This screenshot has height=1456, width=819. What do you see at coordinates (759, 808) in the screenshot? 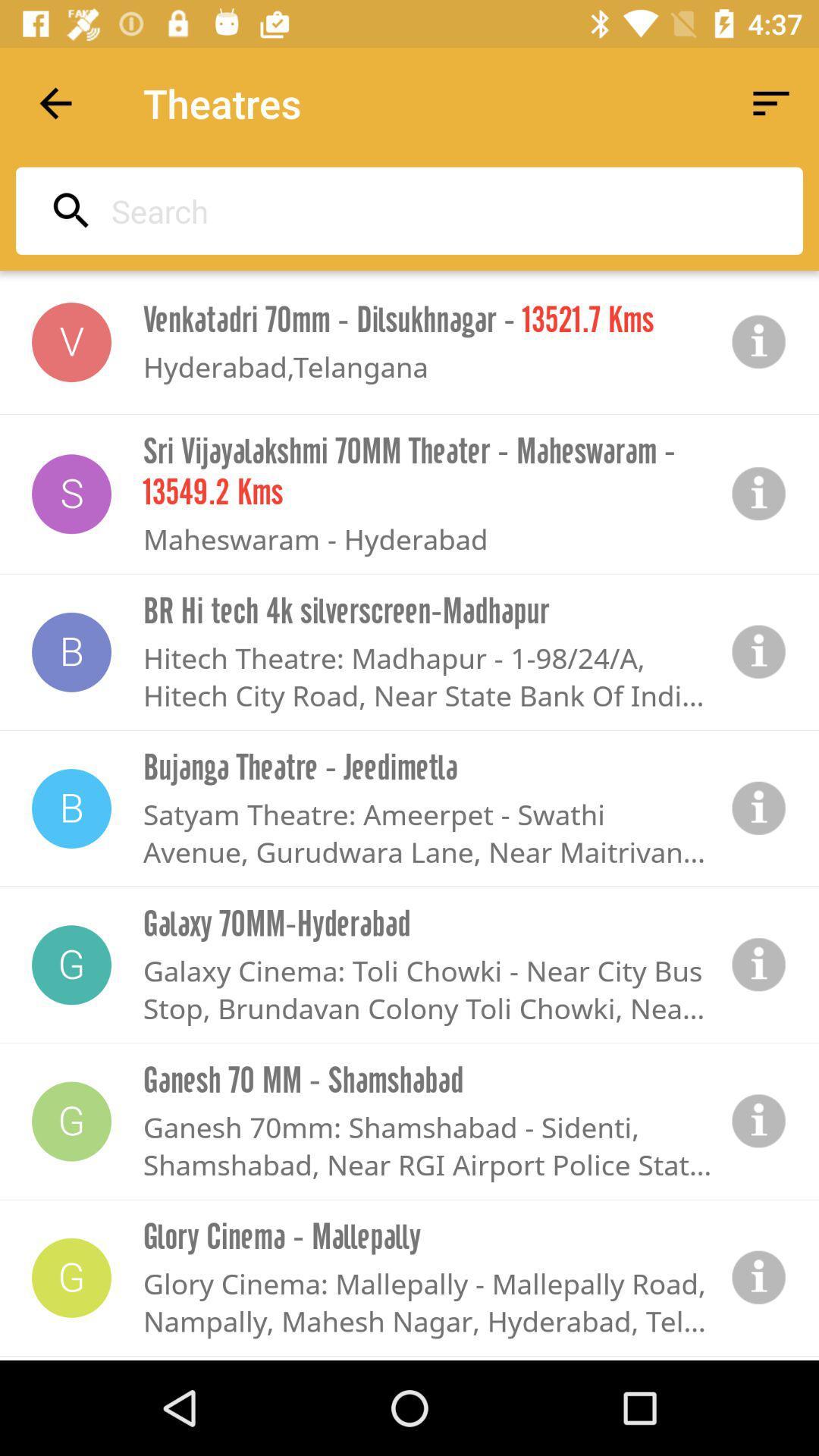
I see `more information about this option` at bounding box center [759, 808].